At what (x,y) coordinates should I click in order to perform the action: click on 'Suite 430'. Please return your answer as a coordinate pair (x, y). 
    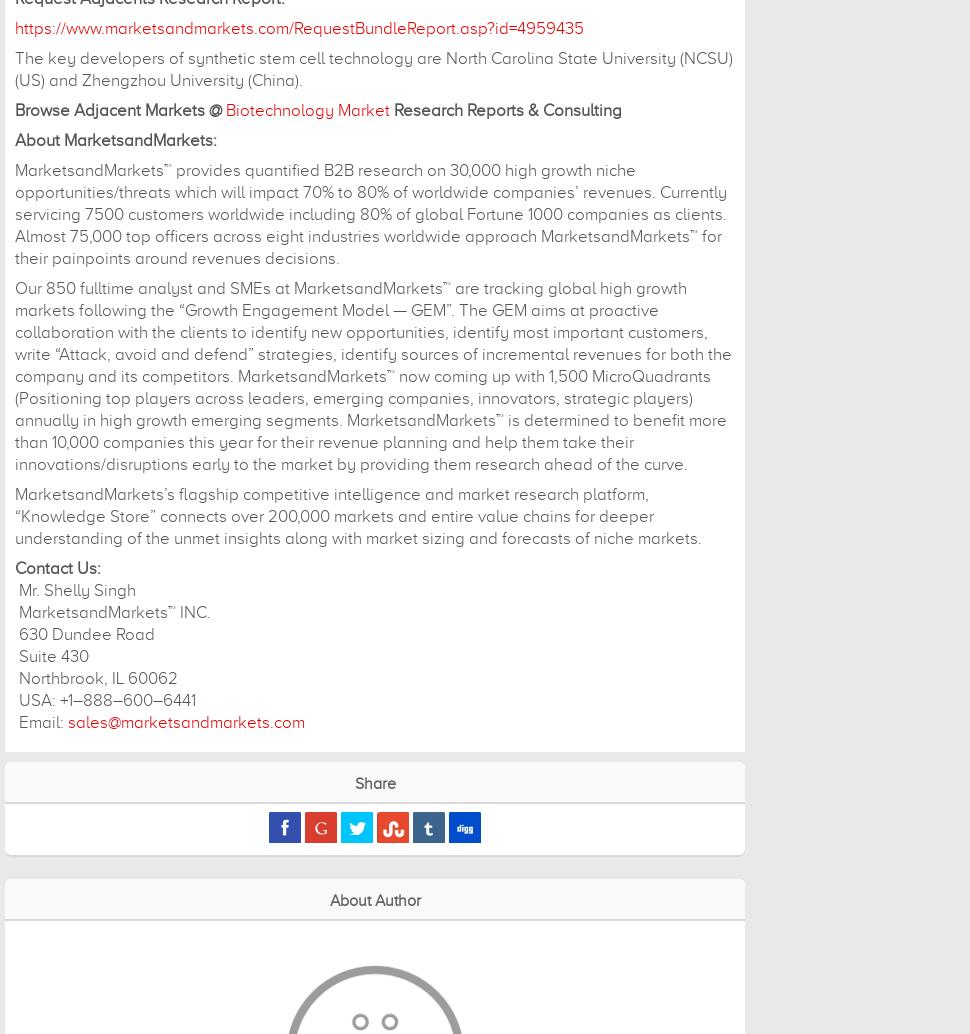
    Looking at the image, I should click on (50, 656).